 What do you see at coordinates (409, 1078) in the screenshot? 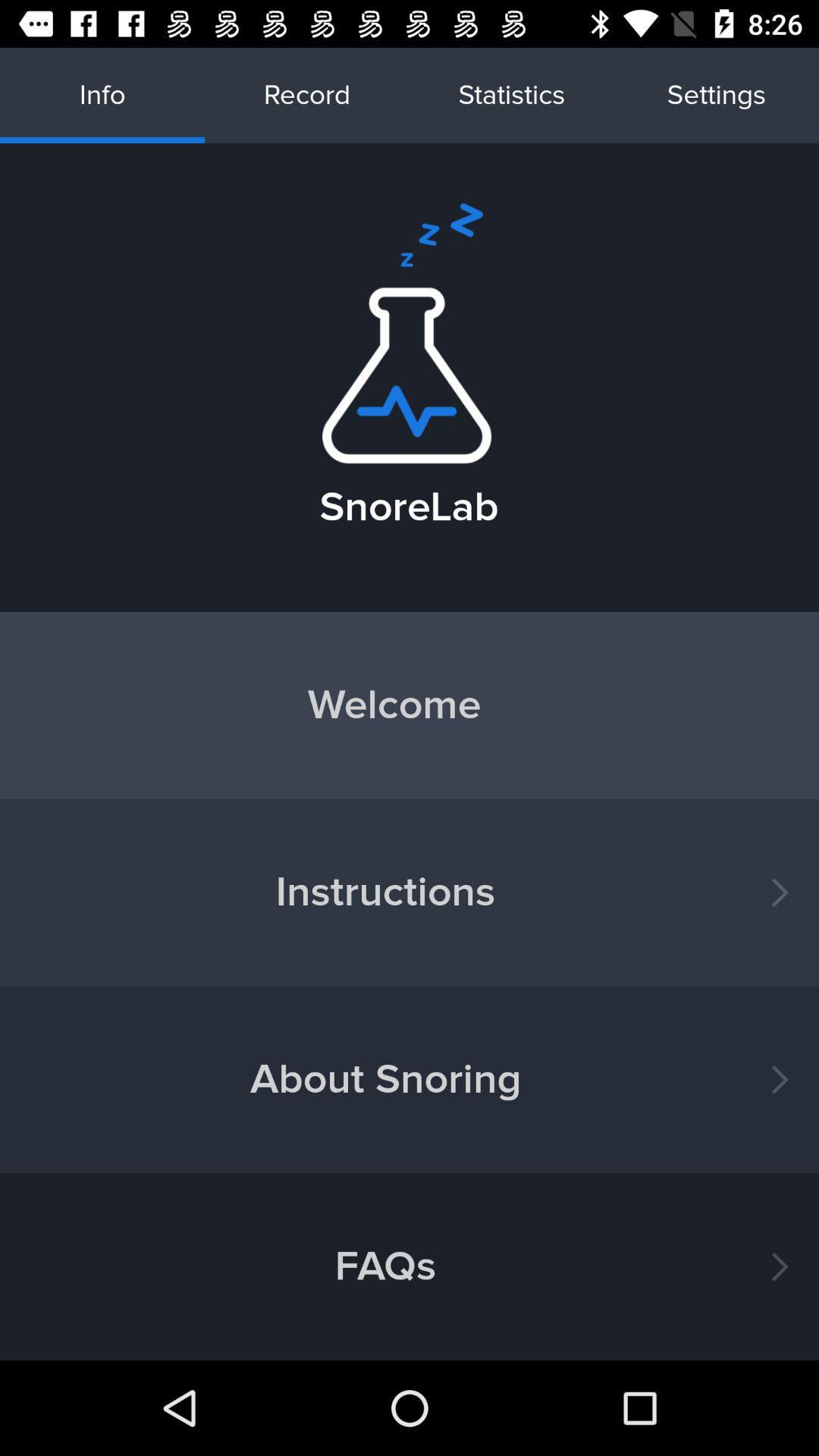
I see `the item below the instructions` at bounding box center [409, 1078].